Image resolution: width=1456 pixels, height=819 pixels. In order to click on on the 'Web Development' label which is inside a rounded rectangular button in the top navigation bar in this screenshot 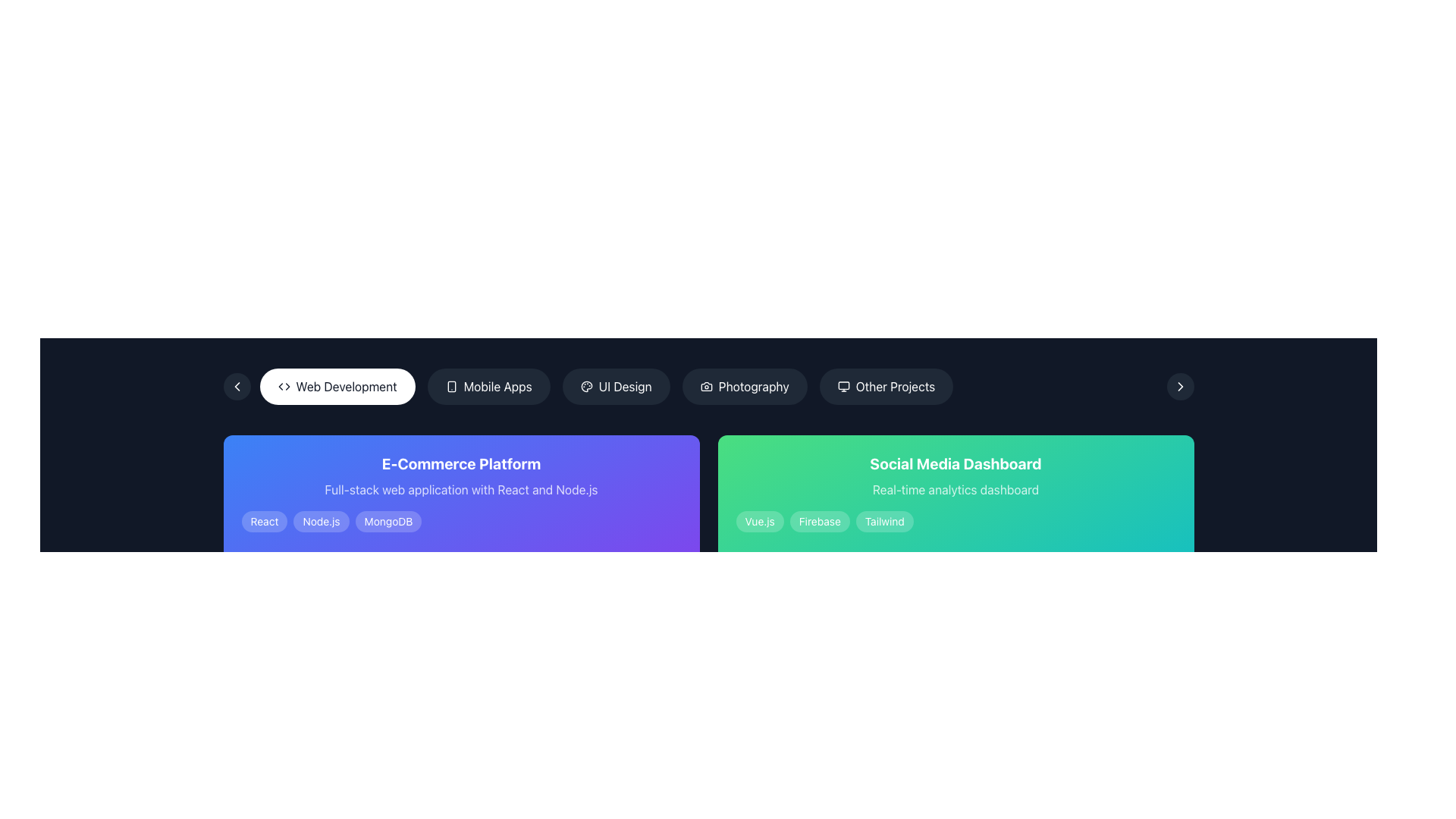, I will do `click(345, 385)`.